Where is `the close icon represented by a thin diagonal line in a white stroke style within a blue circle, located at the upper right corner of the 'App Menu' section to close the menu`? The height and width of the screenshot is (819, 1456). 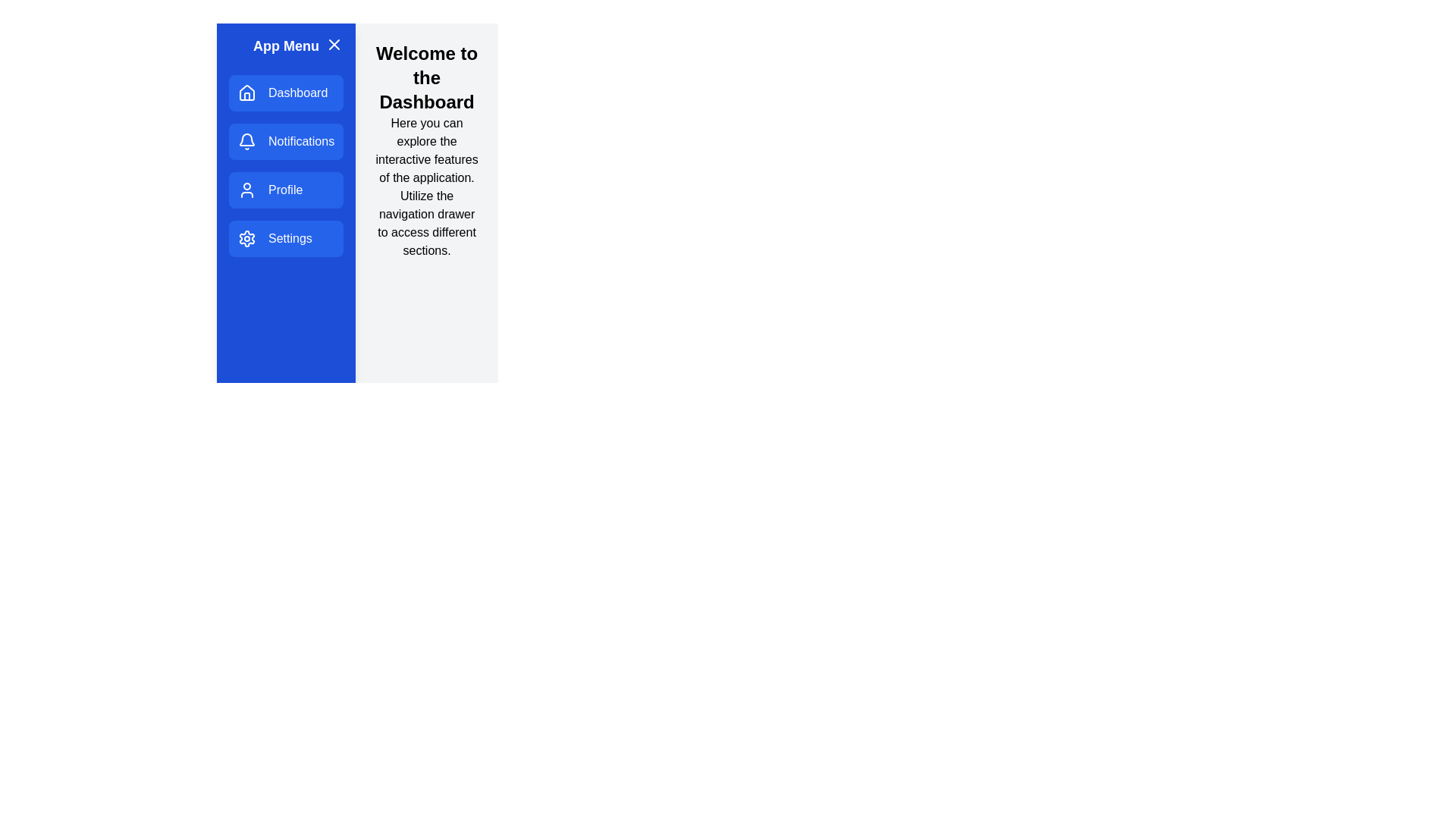 the close icon represented by a thin diagonal line in a white stroke style within a blue circle, located at the upper right corner of the 'App Menu' section to close the menu is located at coordinates (334, 43).